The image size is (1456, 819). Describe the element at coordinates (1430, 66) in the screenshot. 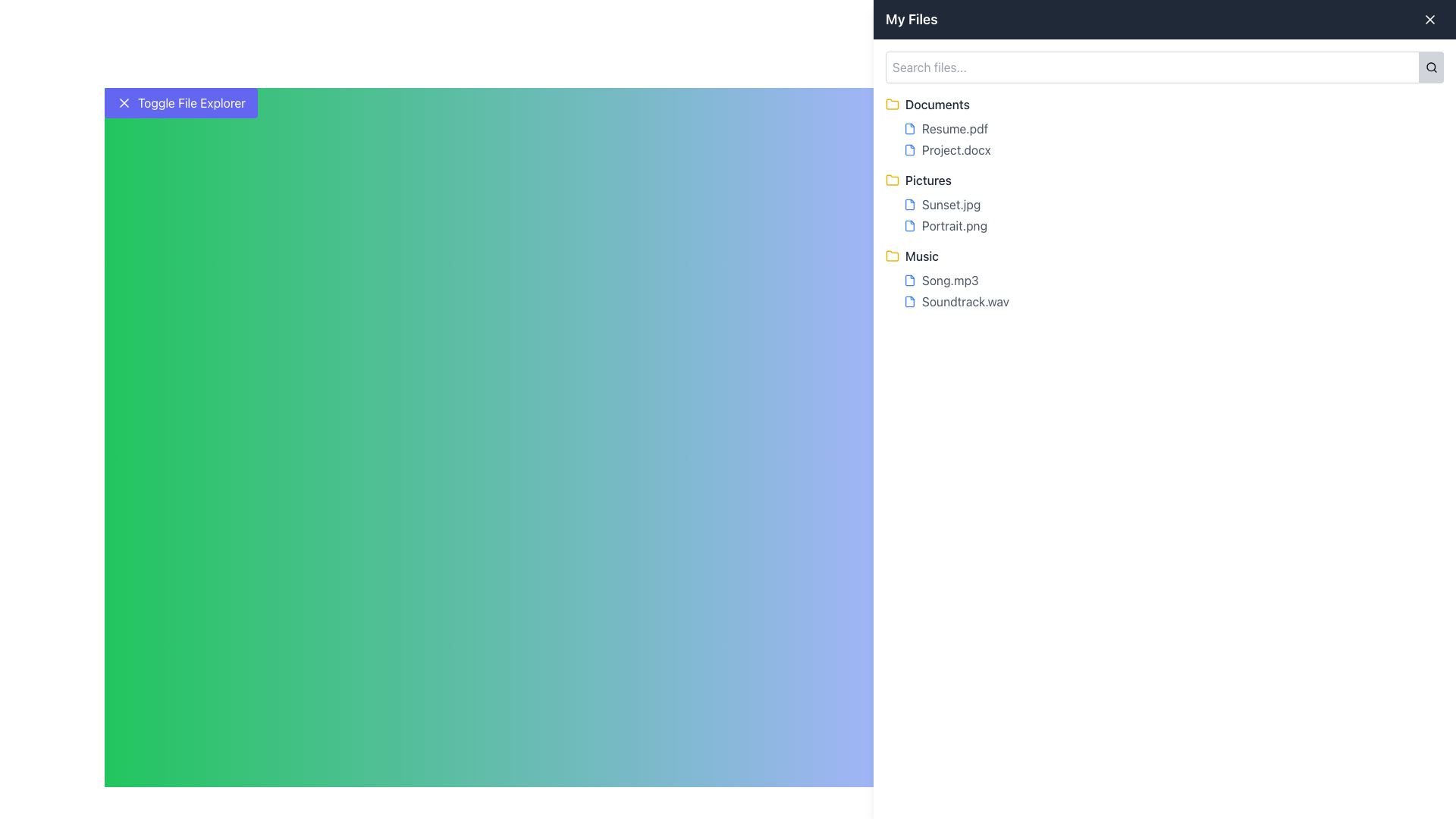

I see `the SVG Circle Component representing the magnifying glass icon in the top-right corner of the interactive search bar area` at that location.